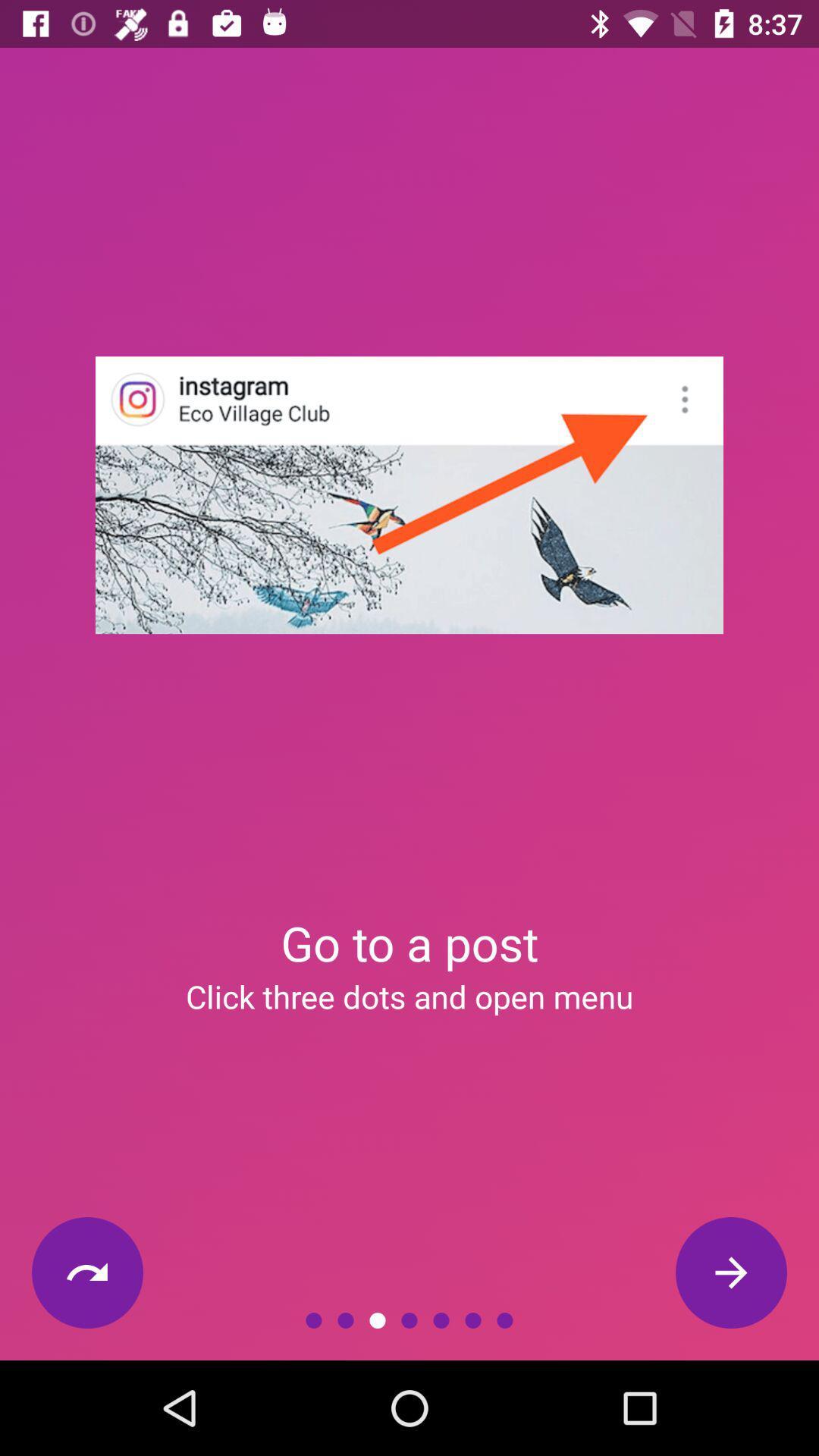 The width and height of the screenshot is (819, 1456). What do you see at coordinates (730, 1272) in the screenshot?
I see `the item below click three dots item` at bounding box center [730, 1272].